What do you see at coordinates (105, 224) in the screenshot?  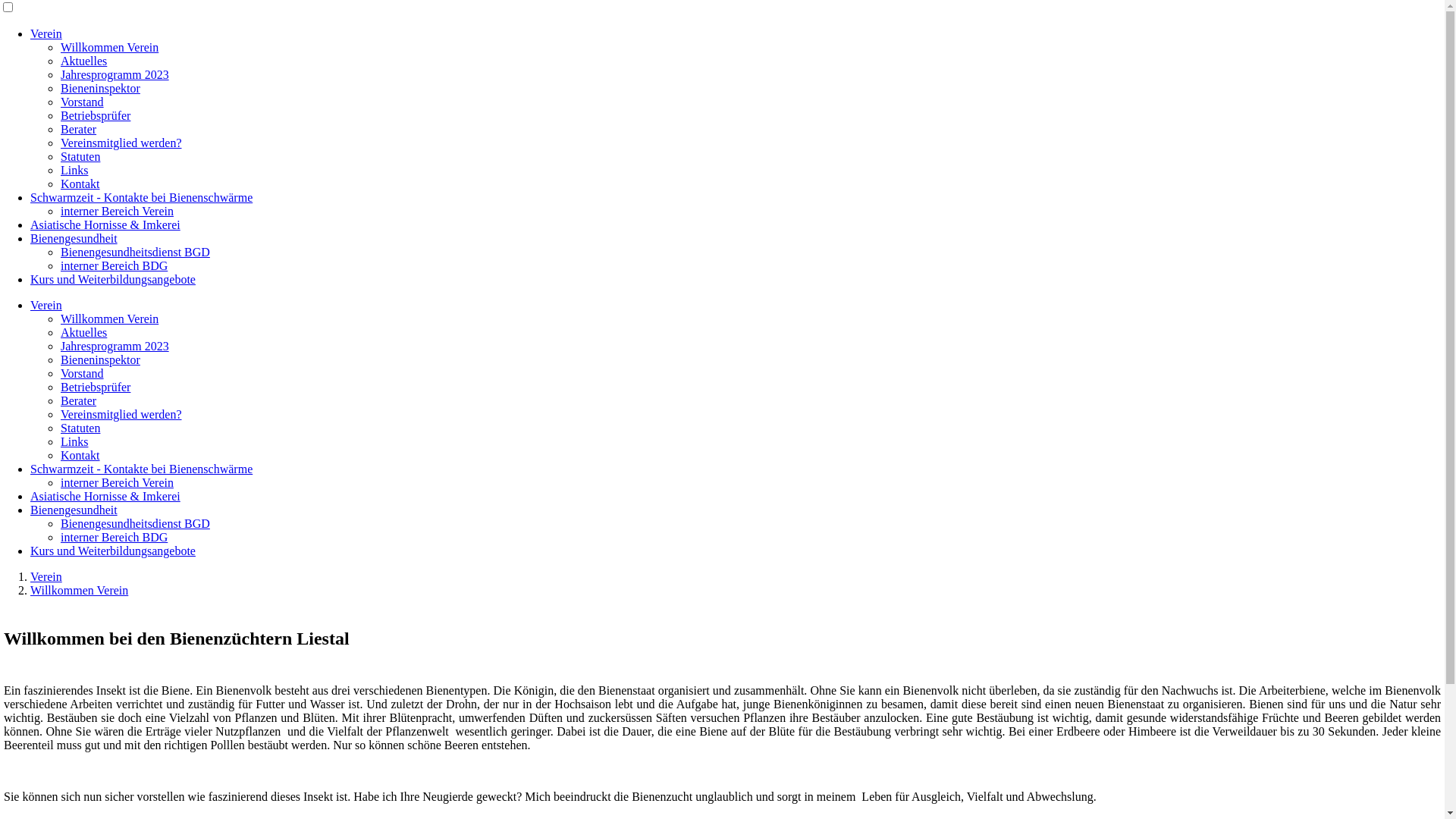 I see `'Asiatische Hornisse & Imkerei'` at bounding box center [105, 224].